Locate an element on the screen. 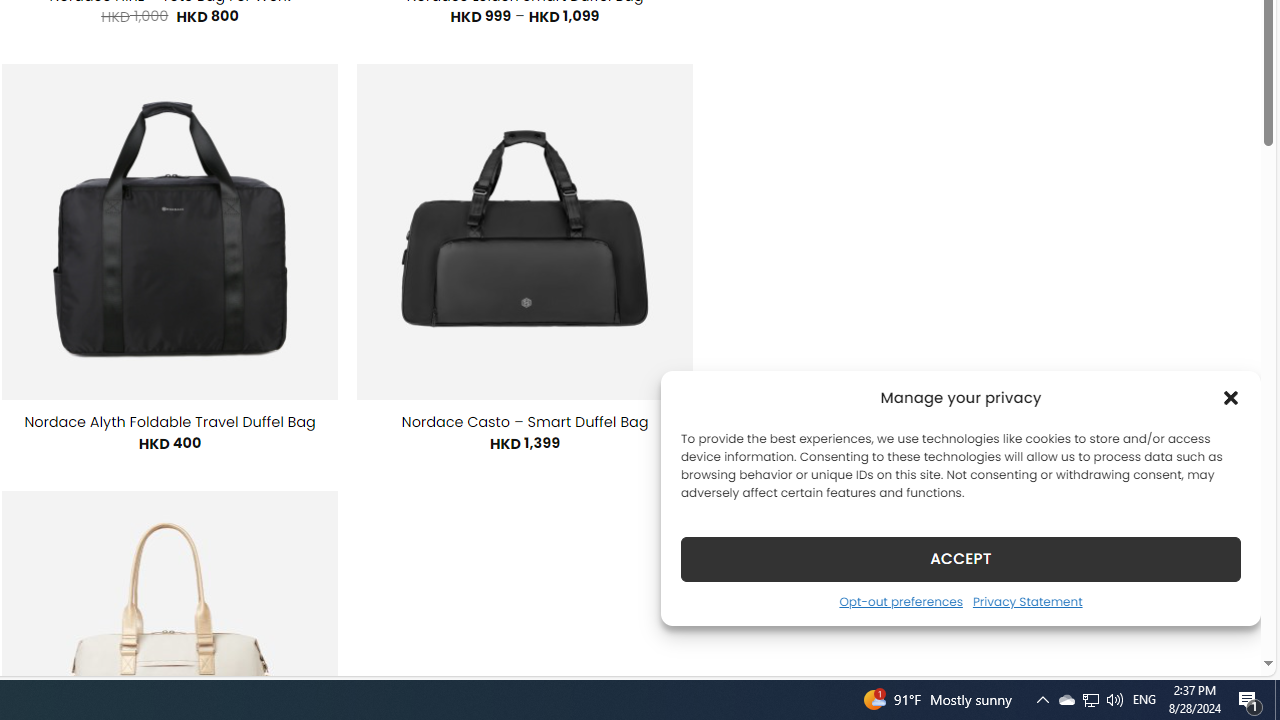 Image resolution: width=1280 pixels, height=720 pixels. 'ACCEPT' is located at coordinates (961, 558).